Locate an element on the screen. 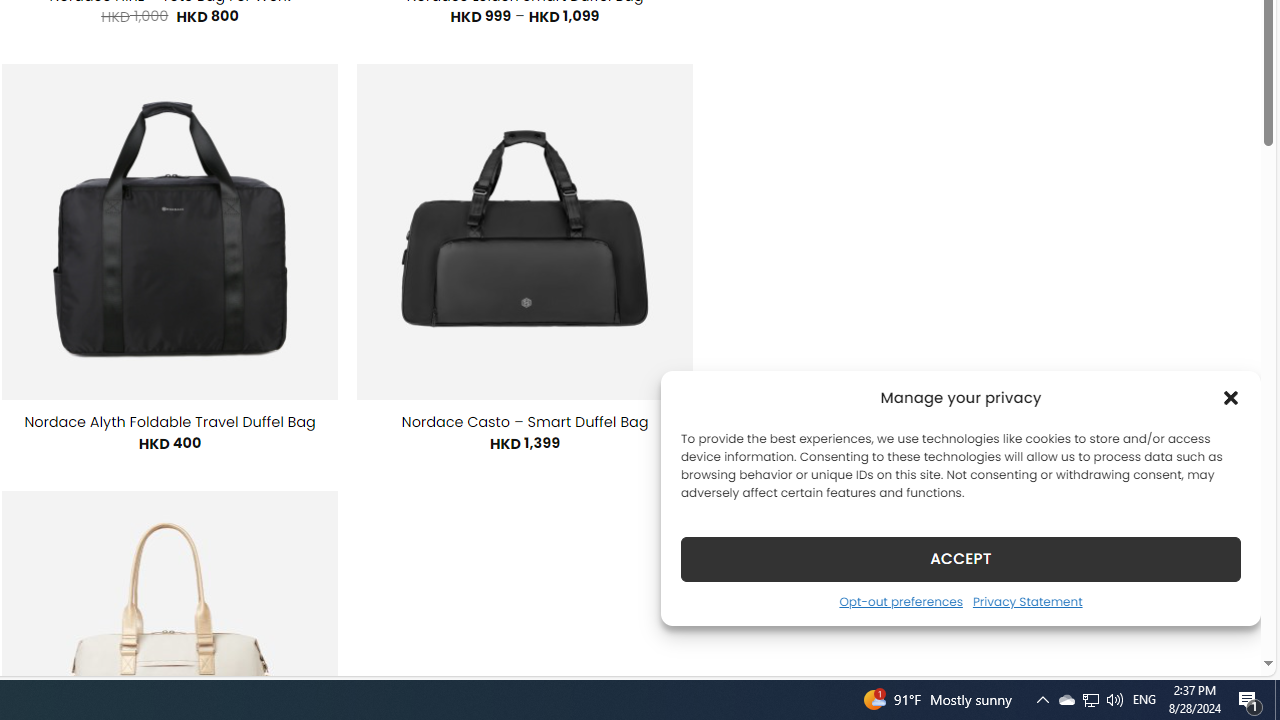 Image resolution: width=1280 pixels, height=720 pixels. 'ACCEPT' is located at coordinates (961, 558).